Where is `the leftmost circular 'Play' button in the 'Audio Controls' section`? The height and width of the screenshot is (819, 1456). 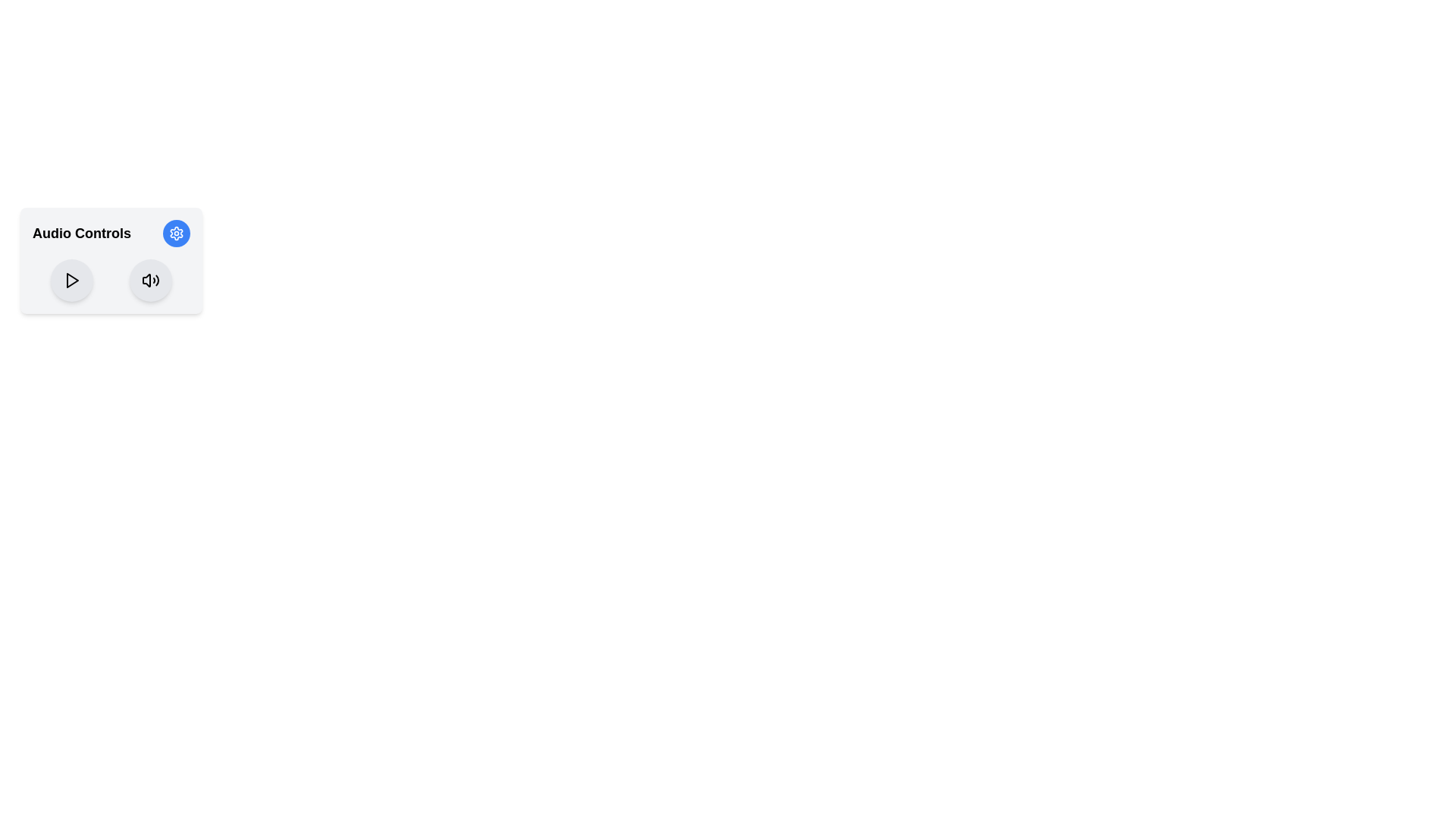
the leftmost circular 'Play' button in the 'Audio Controls' section is located at coordinates (71, 281).